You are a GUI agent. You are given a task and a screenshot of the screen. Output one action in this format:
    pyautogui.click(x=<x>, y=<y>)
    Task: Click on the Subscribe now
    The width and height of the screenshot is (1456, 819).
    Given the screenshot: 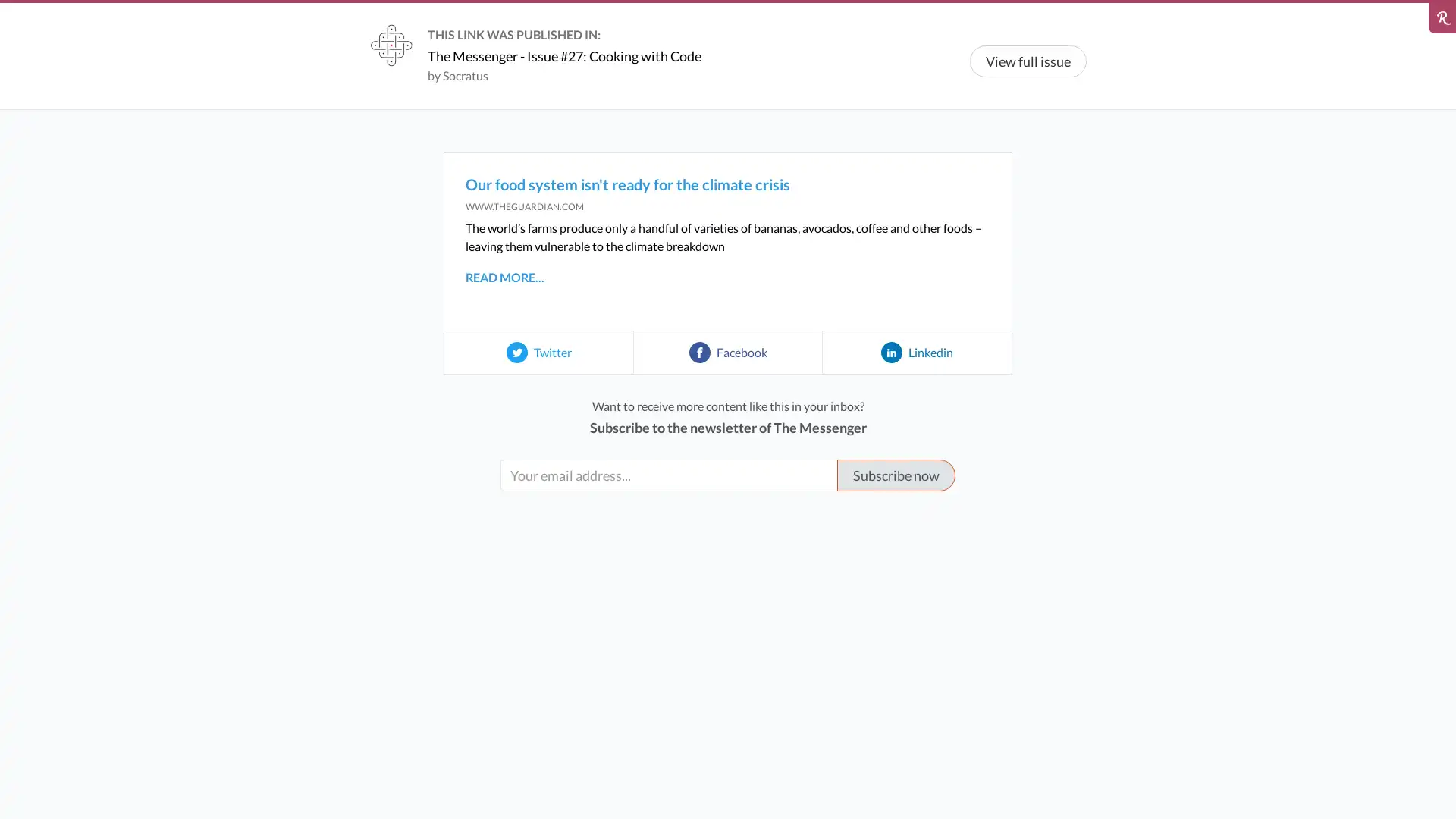 What is the action you would take?
    pyautogui.click(x=896, y=475)
    